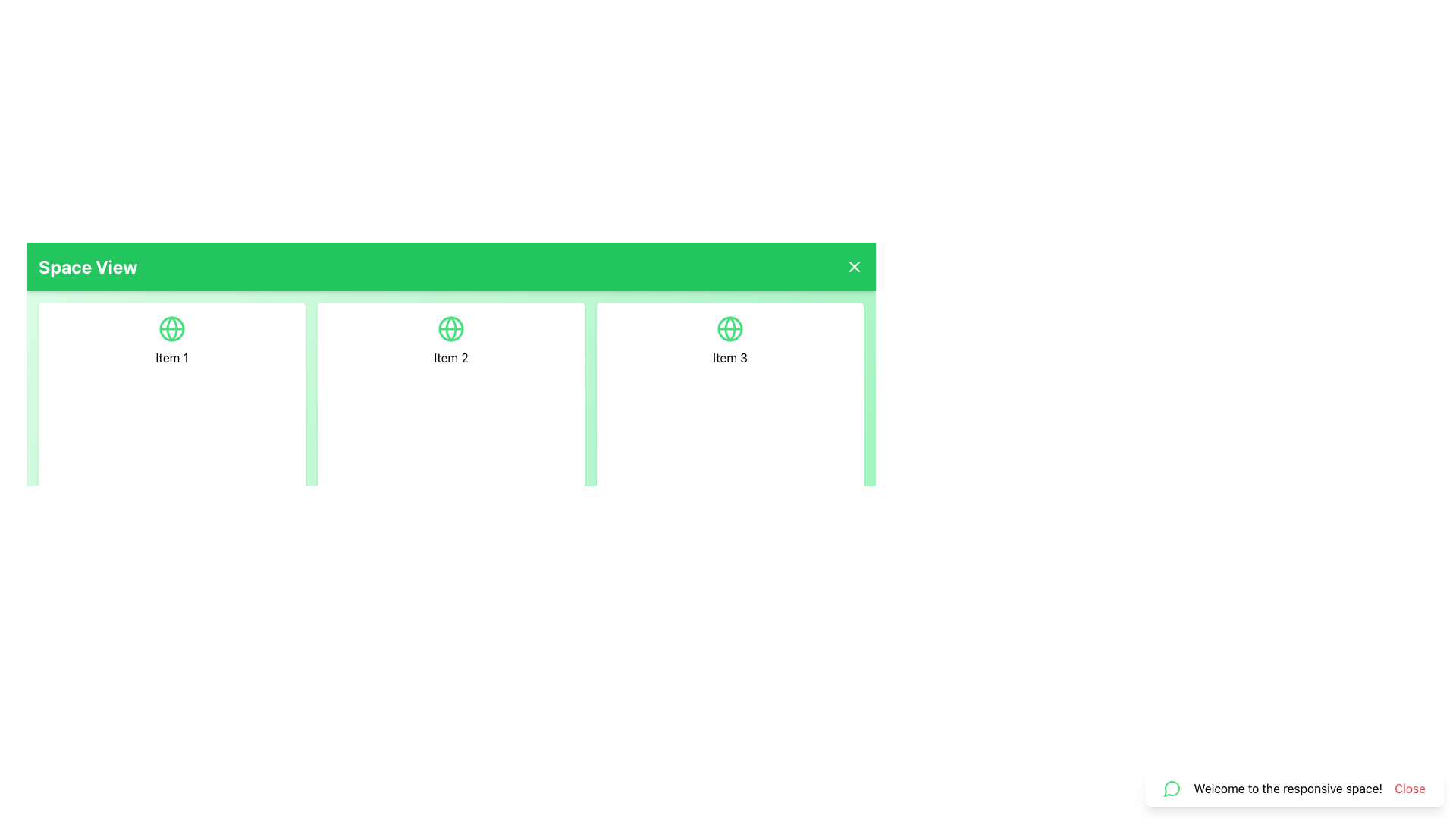 Image resolution: width=1456 pixels, height=819 pixels. Describe the element at coordinates (730, 357) in the screenshot. I see `the text label inside the rightmost card of the three evenly spaced cards in a white rectangular panel` at that location.